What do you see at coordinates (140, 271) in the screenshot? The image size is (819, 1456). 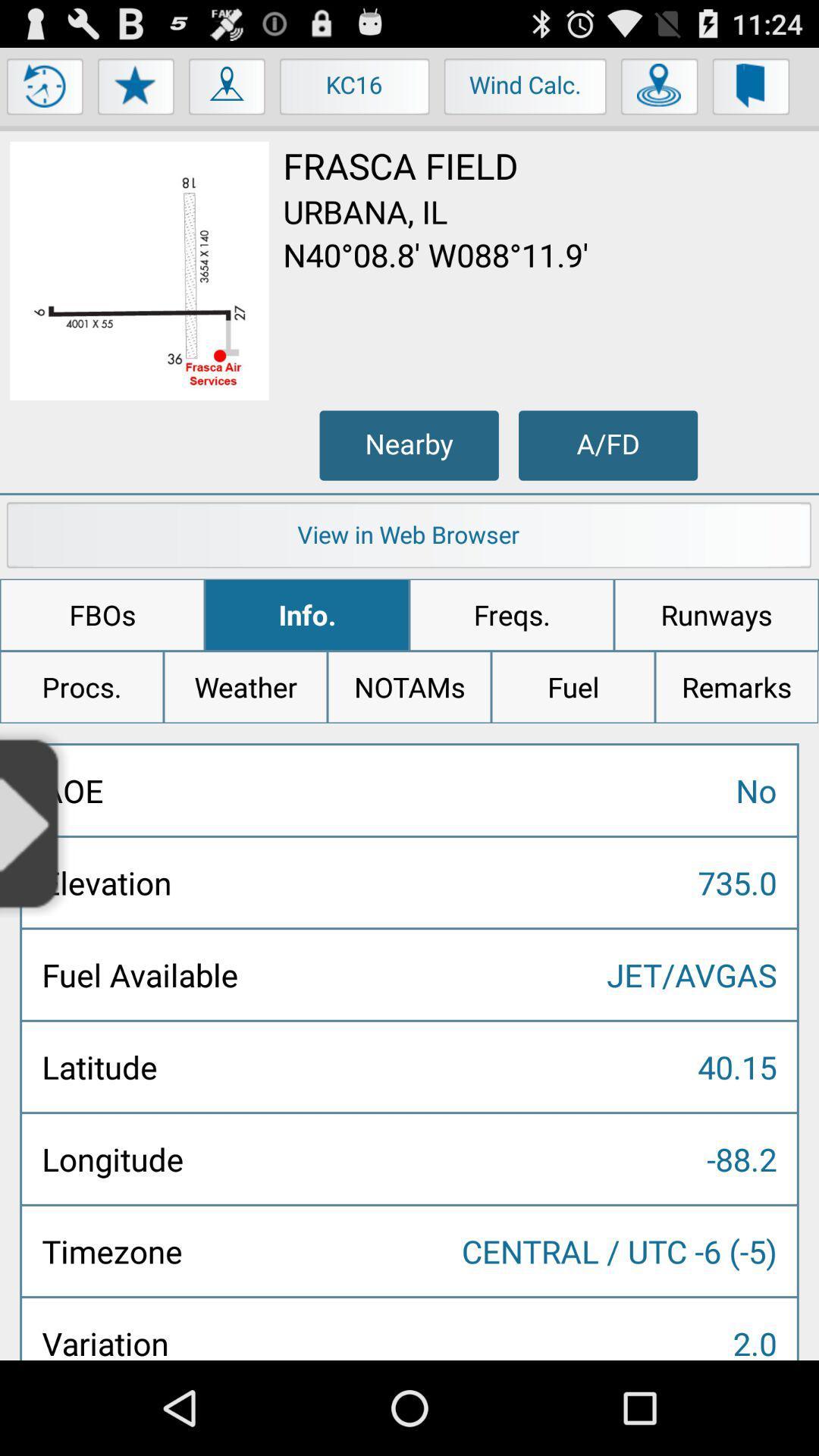 I see `to view image` at bounding box center [140, 271].